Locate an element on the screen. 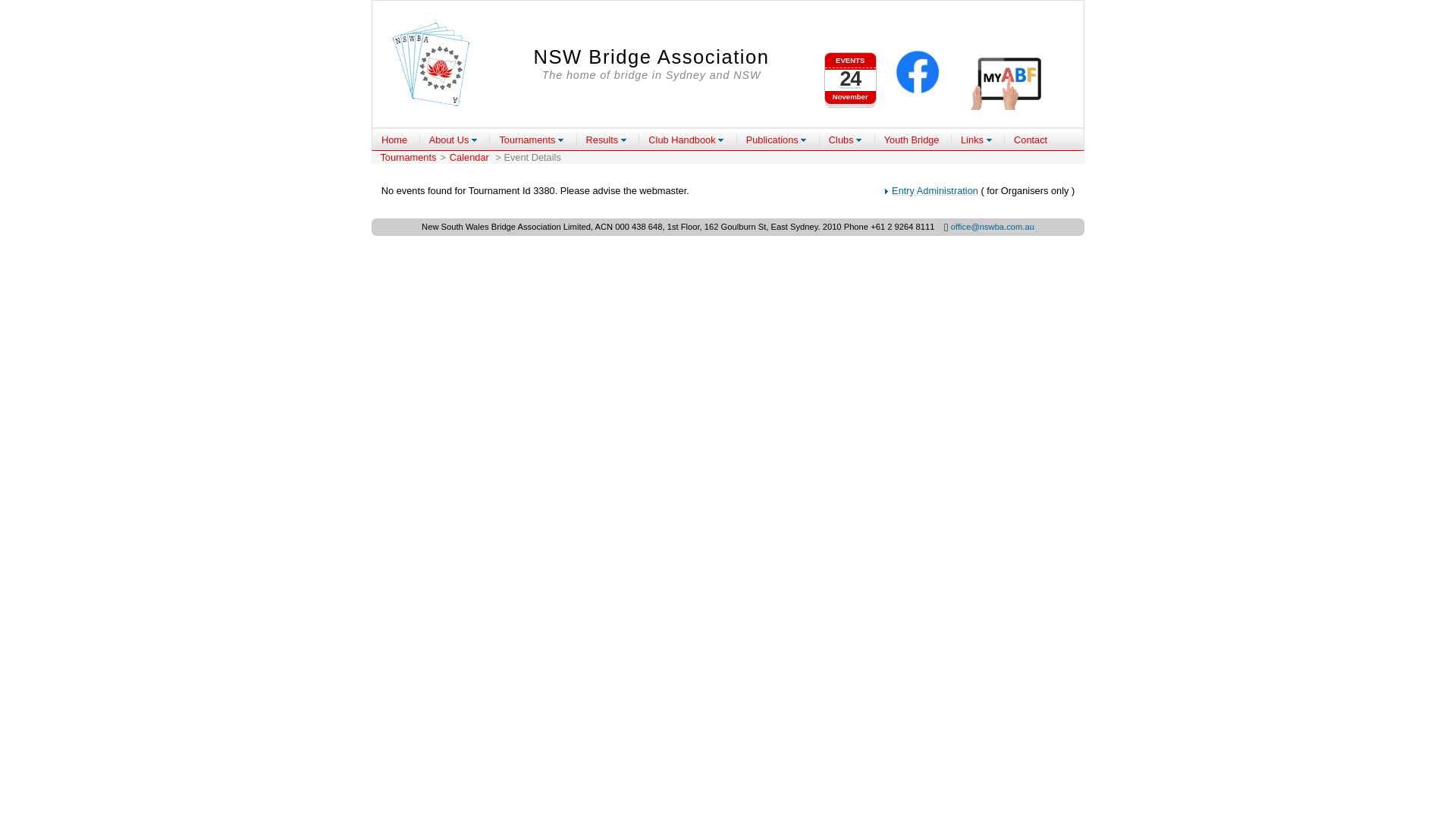  'Home' is located at coordinates (394, 140).